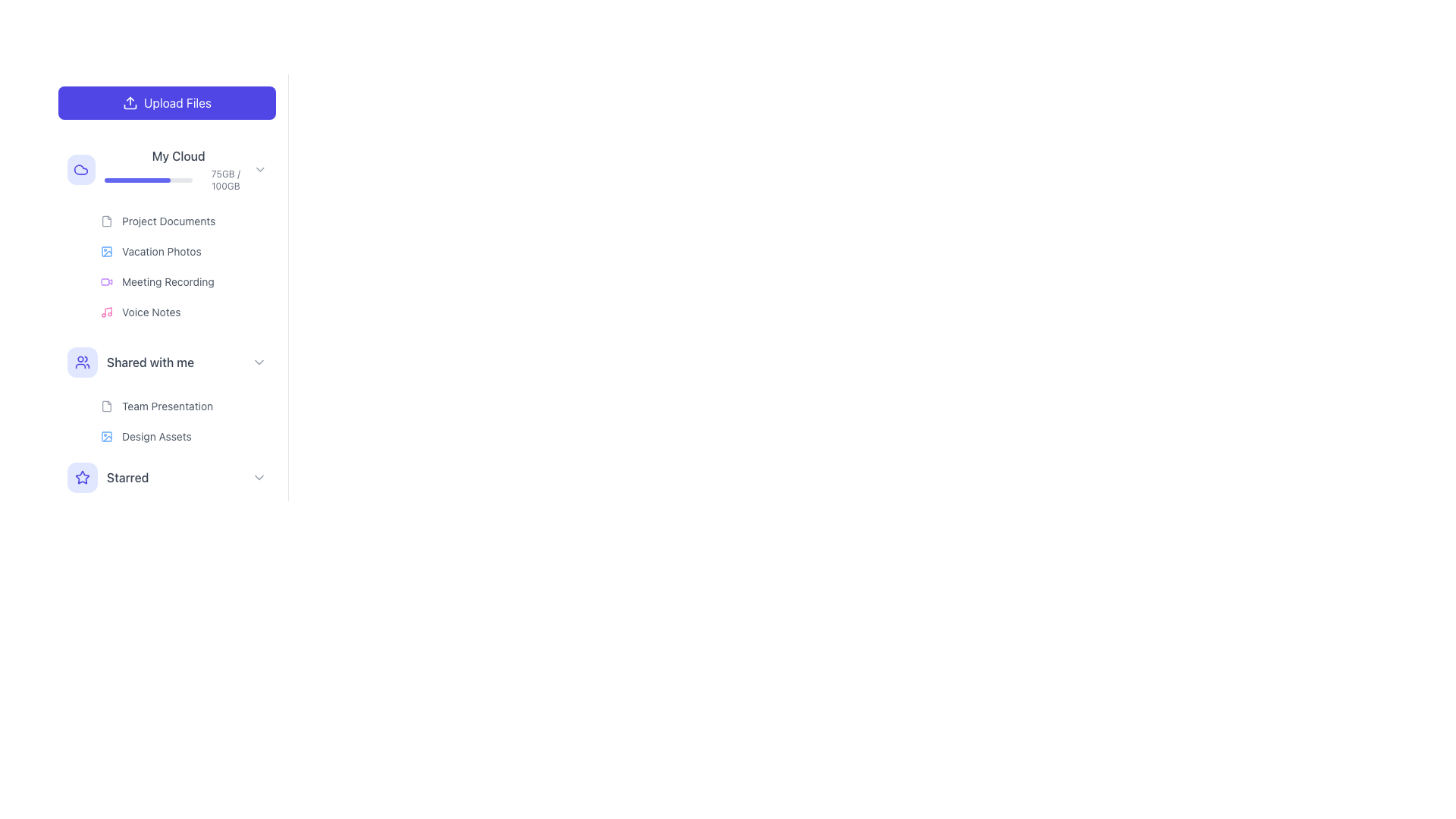 The height and width of the screenshot is (819, 1456). What do you see at coordinates (148, 180) in the screenshot?
I see `the horizontal progress bar with a light gray background and indigo-colored progress, located in the left sidebar next to the '75GB / 100GB' label` at bounding box center [148, 180].